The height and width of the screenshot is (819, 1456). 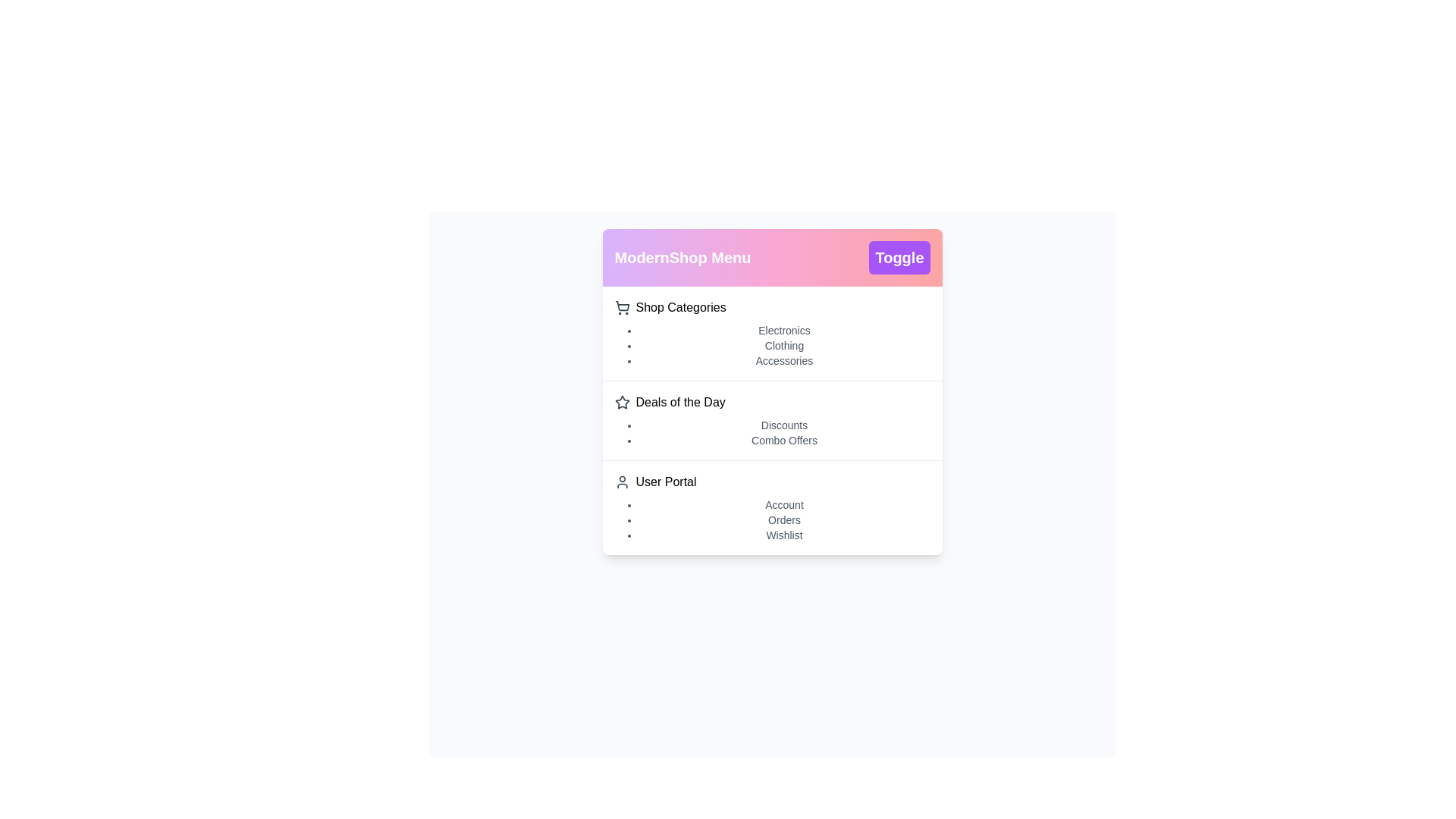 What do you see at coordinates (772, 482) in the screenshot?
I see `the main menu item User Portal to expand or select it` at bounding box center [772, 482].